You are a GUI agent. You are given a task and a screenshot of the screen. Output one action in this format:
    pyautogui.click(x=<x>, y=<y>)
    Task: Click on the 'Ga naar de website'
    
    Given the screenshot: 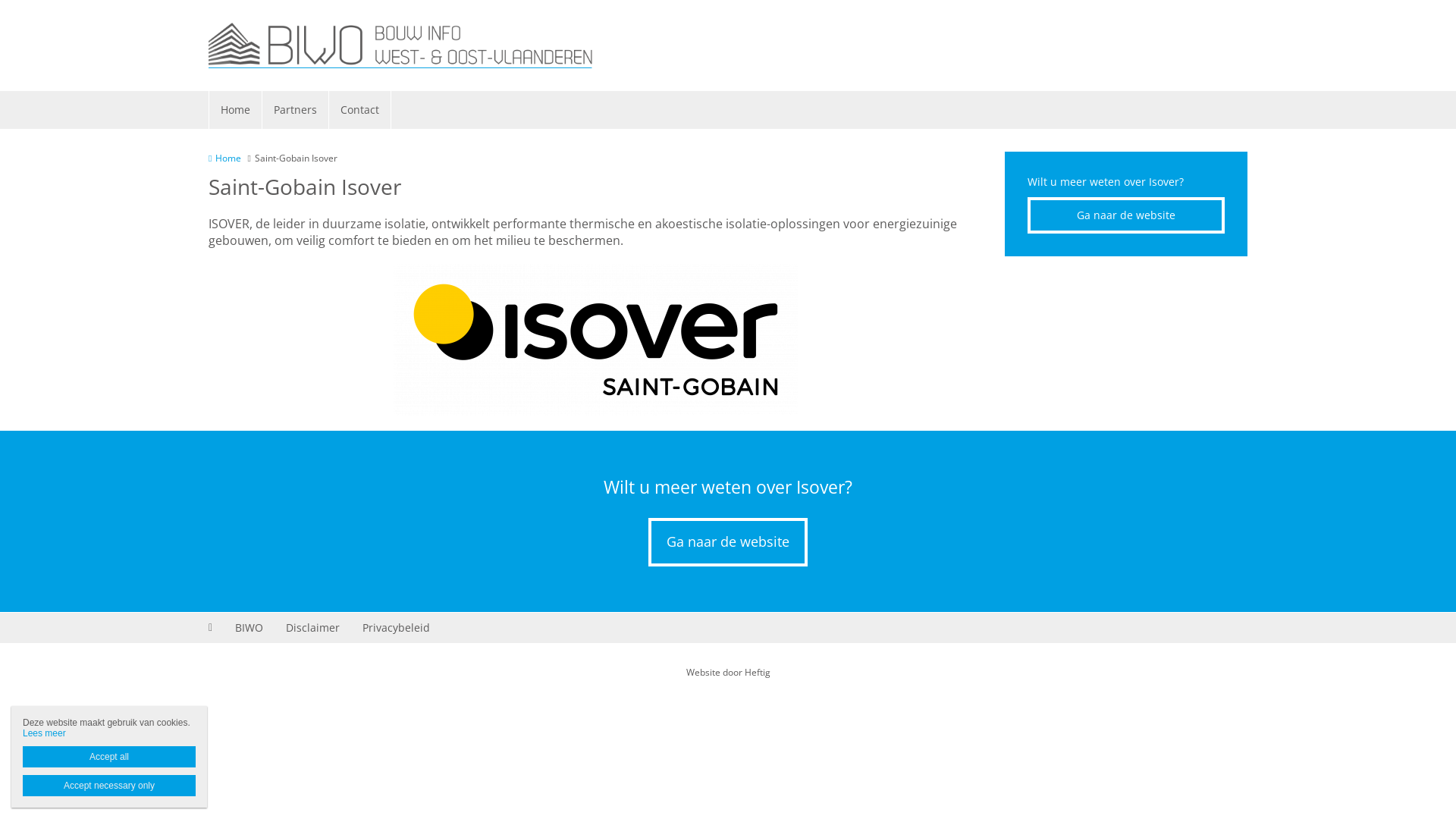 What is the action you would take?
    pyautogui.click(x=1125, y=215)
    